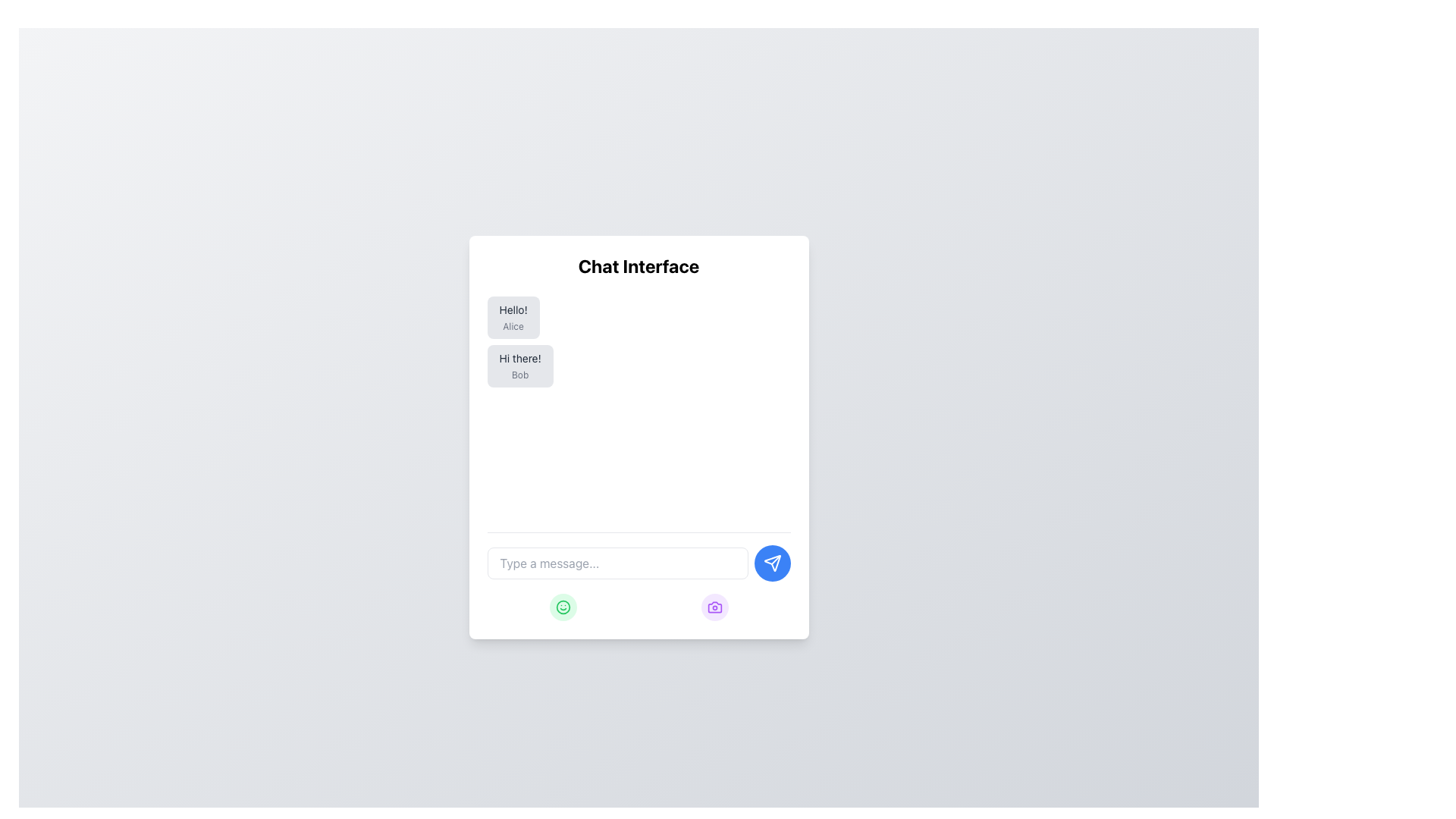 The height and width of the screenshot is (819, 1456). Describe the element at coordinates (520, 375) in the screenshot. I see `the small text label that reads 'Bob', styled in light gray color, positioned below the 'Hi there!' text element` at that location.